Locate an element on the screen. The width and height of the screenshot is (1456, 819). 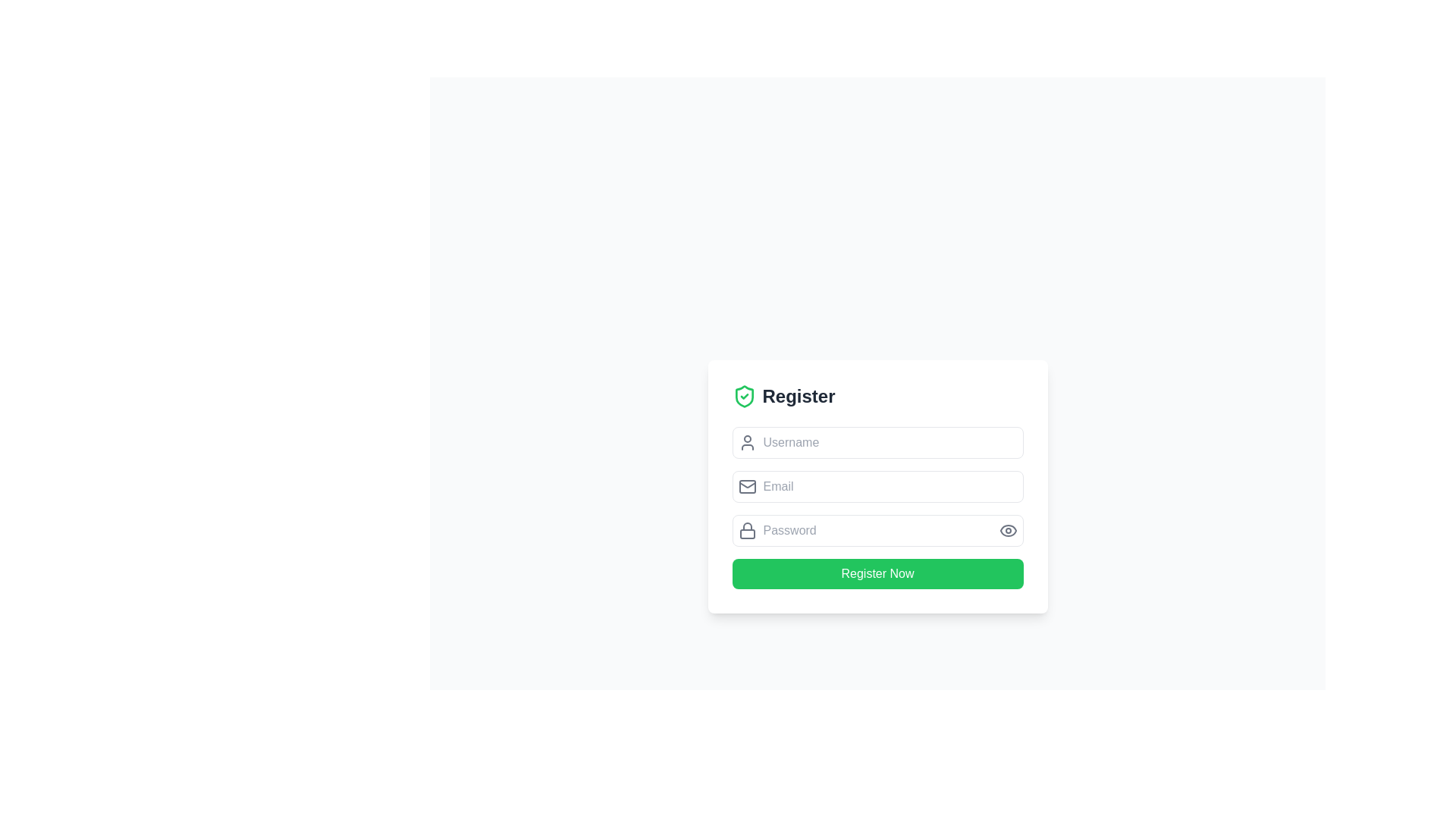
the email icon located to the left of the 'Email' text input field in the registration form interface is located at coordinates (747, 486).